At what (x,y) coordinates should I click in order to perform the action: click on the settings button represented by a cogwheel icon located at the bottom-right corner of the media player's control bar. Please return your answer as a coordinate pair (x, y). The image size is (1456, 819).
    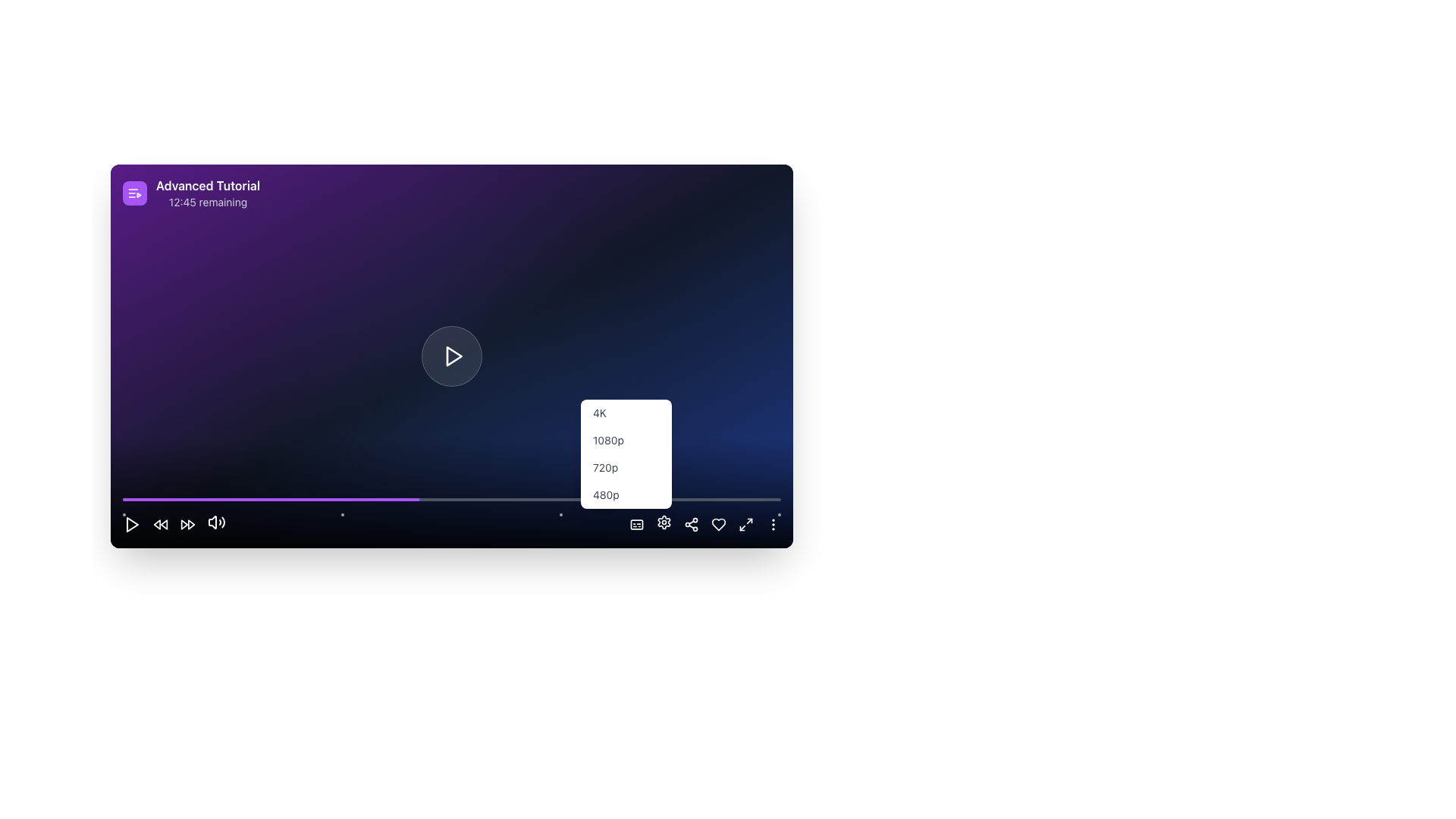
    Looking at the image, I should click on (664, 522).